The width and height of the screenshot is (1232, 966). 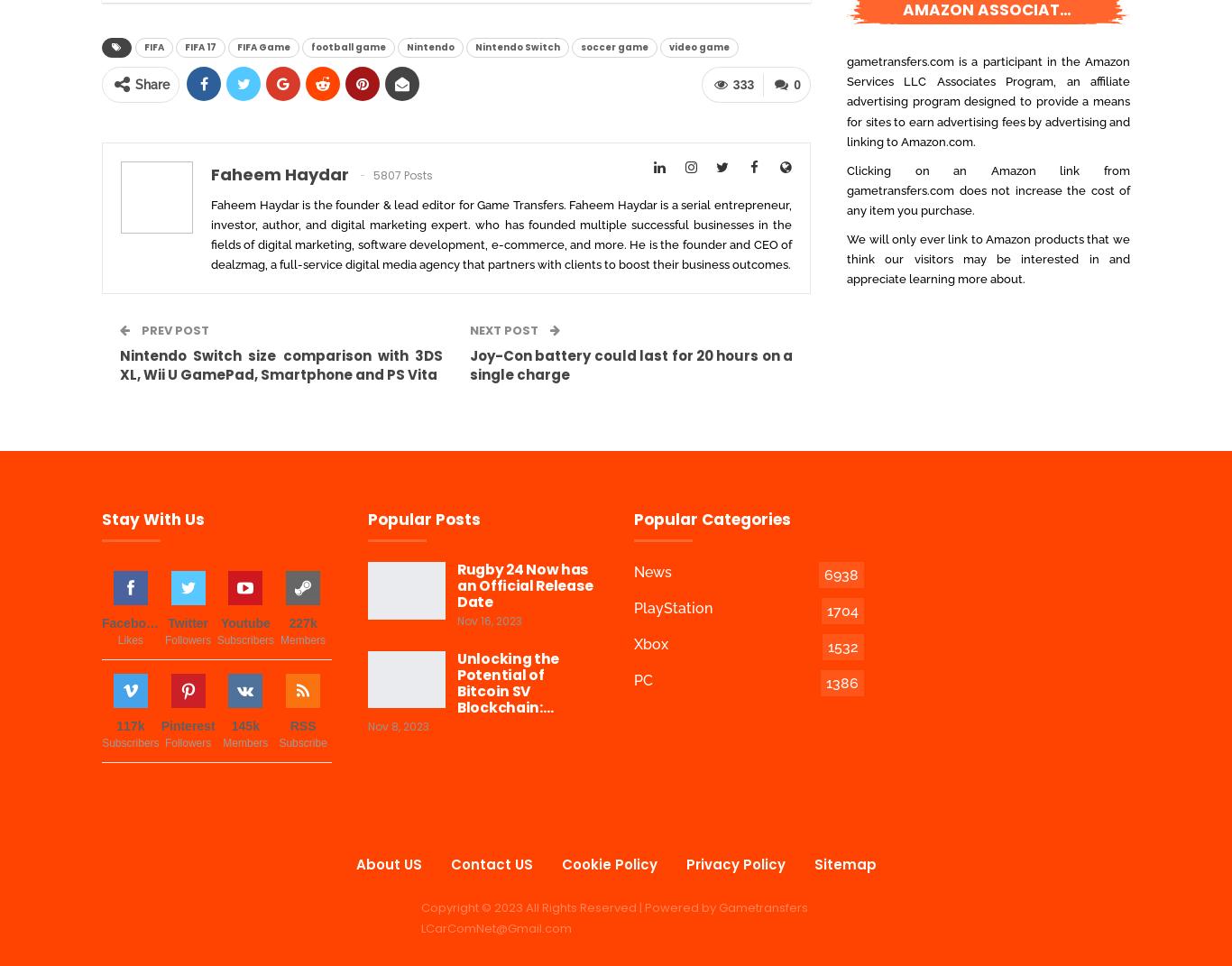 I want to click on 'Share', so click(x=151, y=85).